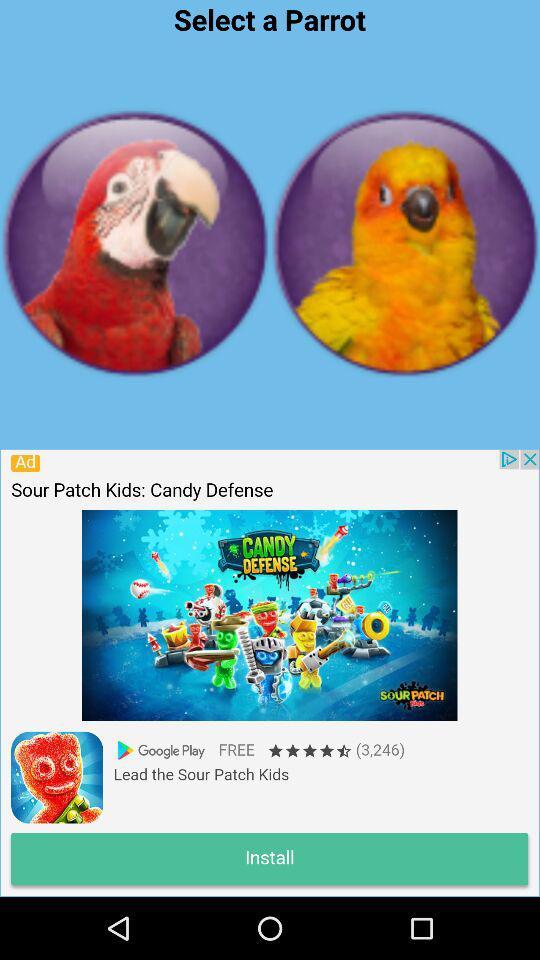 The width and height of the screenshot is (540, 960). I want to click on bird pega, so click(135, 242).